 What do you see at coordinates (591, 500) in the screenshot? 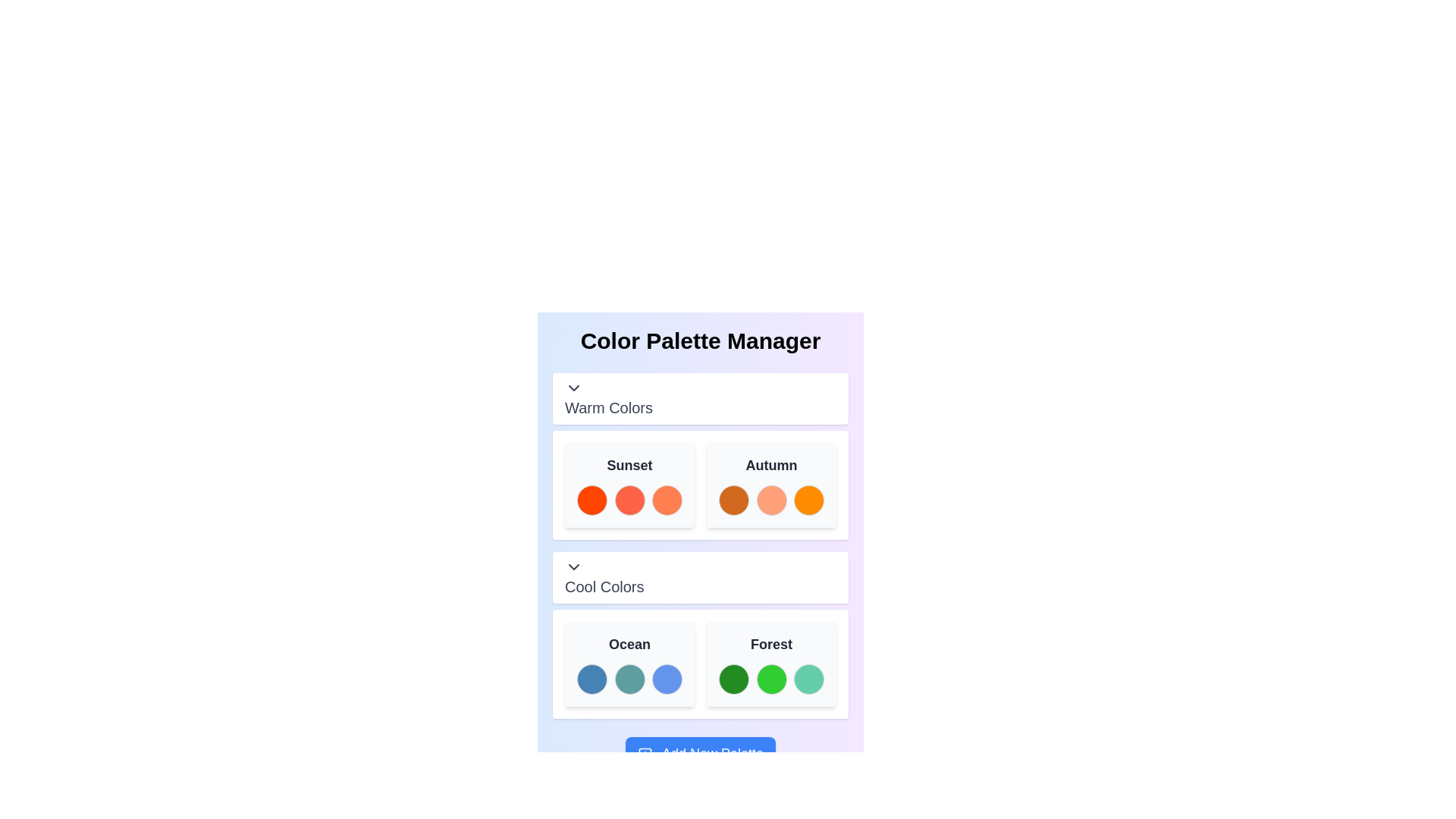
I see `the vibrant orange circle representing the first color option in the 'Sunset' color palette` at bounding box center [591, 500].